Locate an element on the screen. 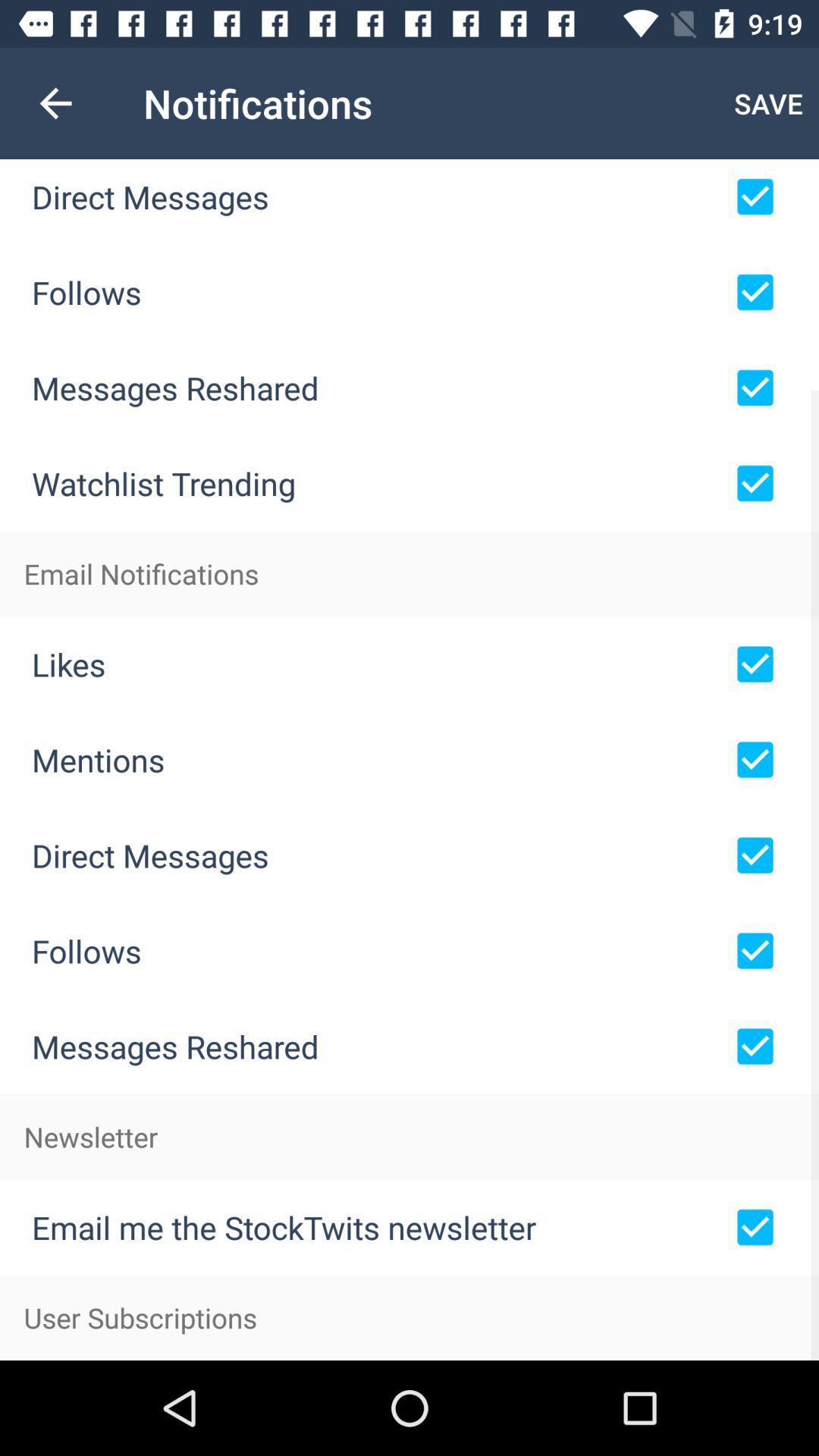  the box which is right hand side of  the text mentions is located at coordinates (755, 760).